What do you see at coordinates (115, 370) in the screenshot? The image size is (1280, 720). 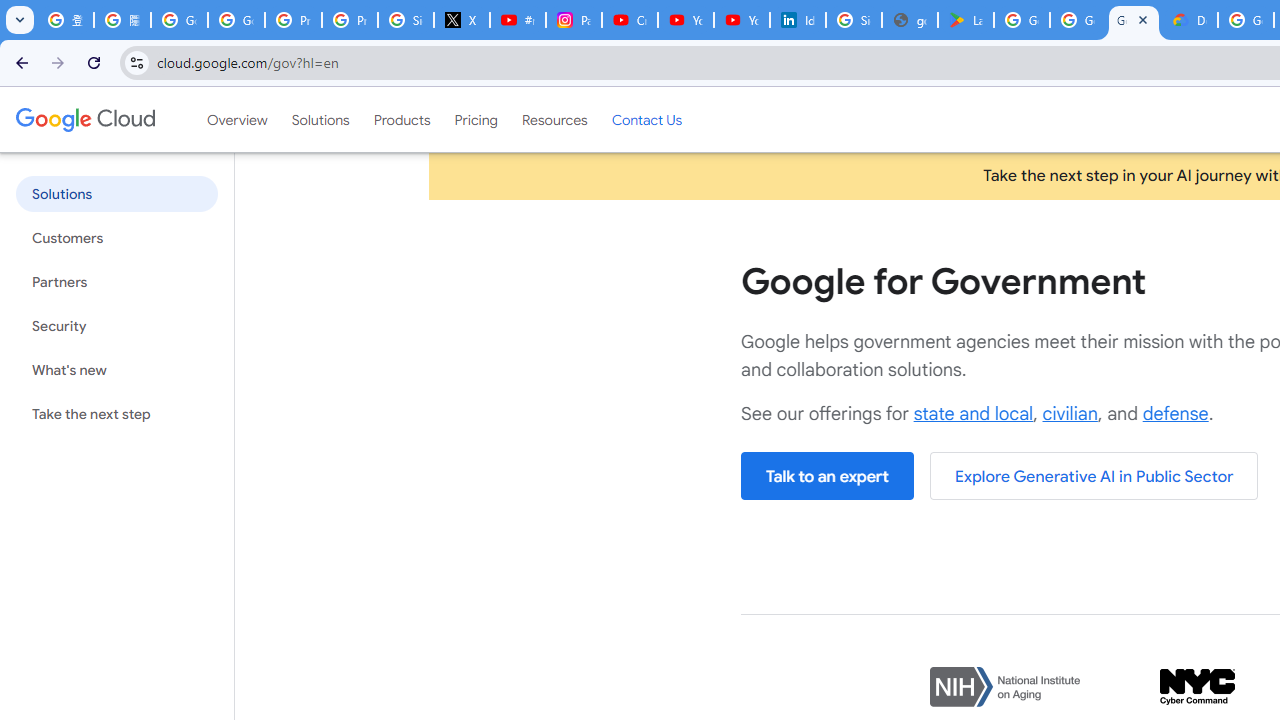 I see `'What'` at bounding box center [115, 370].